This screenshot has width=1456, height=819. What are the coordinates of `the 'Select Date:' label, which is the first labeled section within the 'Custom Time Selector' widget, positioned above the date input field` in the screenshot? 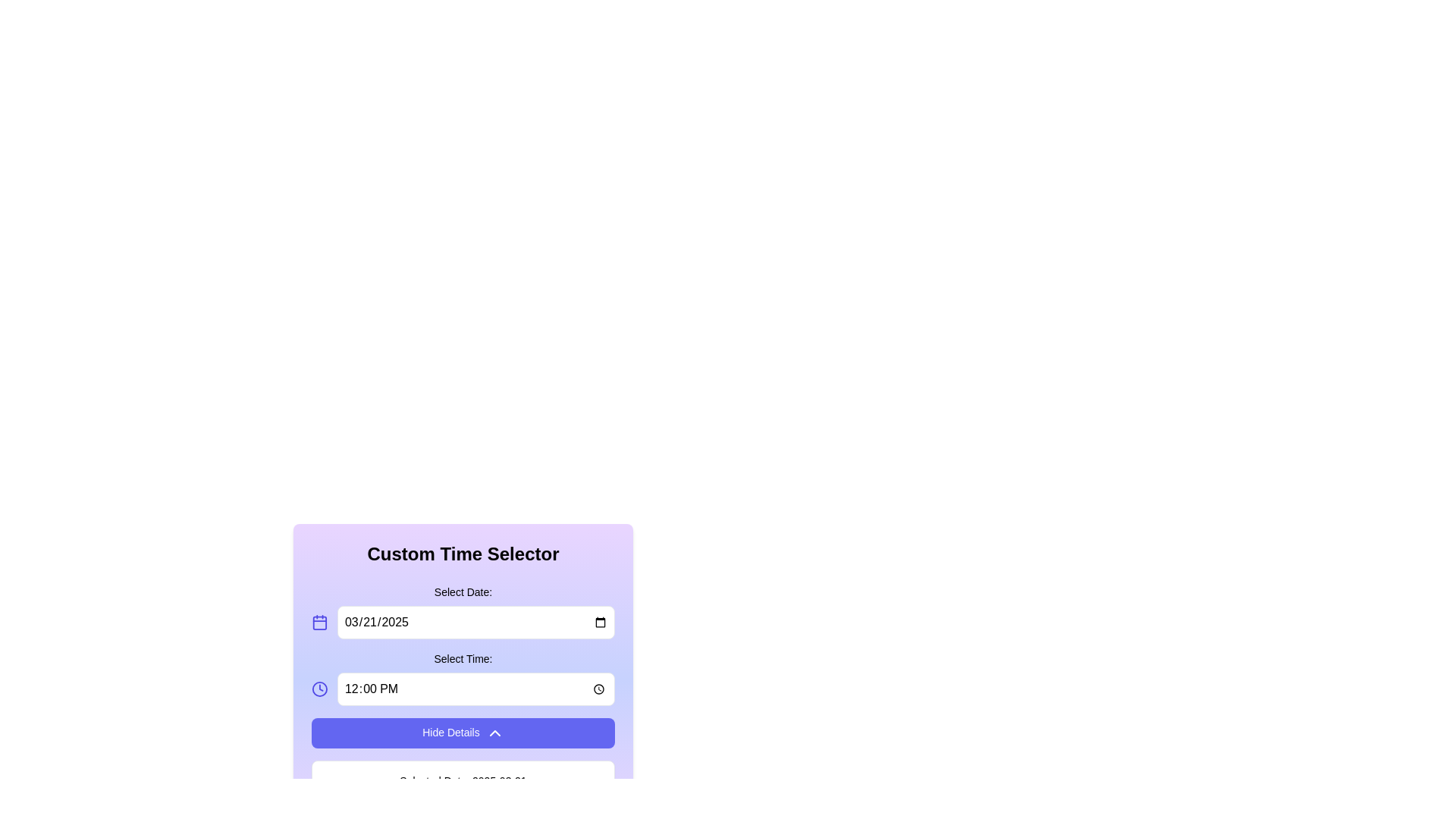 It's located at (462, 610).